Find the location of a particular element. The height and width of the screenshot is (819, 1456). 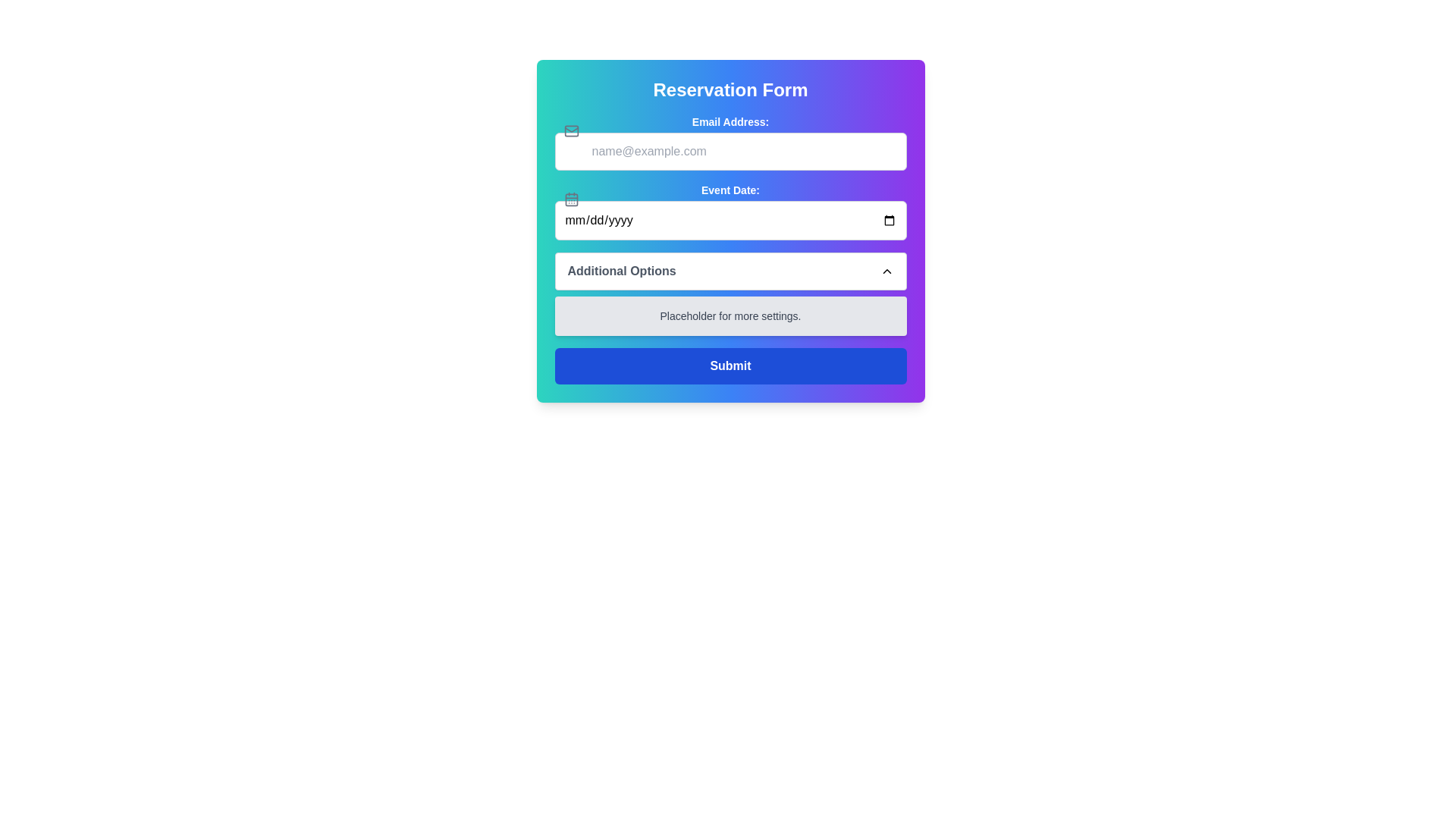

the Icon segment of the mail icon, which is a rounded rectangular shape with dimensions of 20x16 units, located near the top of the form to the left of the 'Email Address' input field is located at coordinates (570, 130).